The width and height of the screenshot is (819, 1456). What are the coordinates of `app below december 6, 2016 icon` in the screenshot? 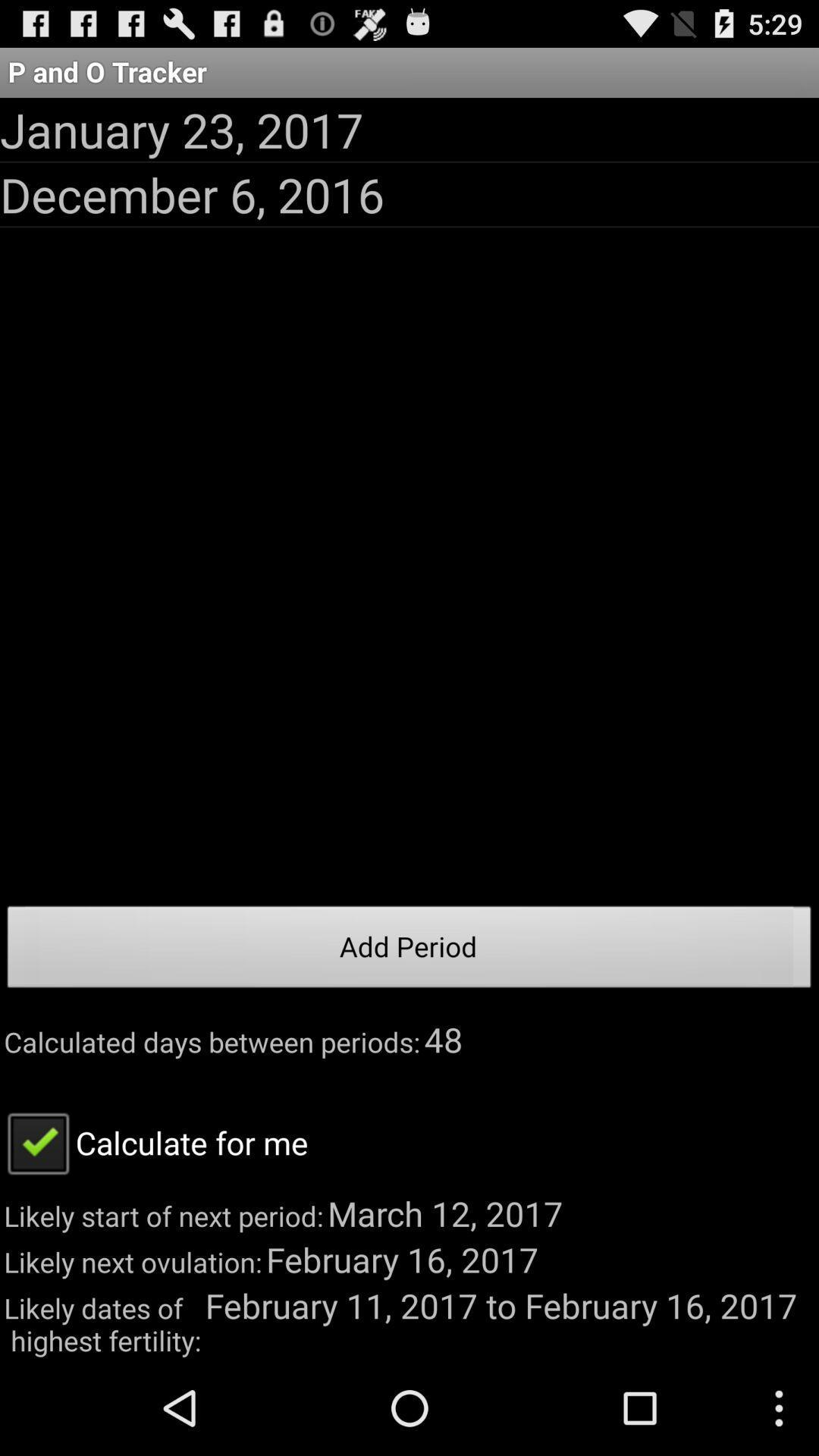 It's located at (409, 950).